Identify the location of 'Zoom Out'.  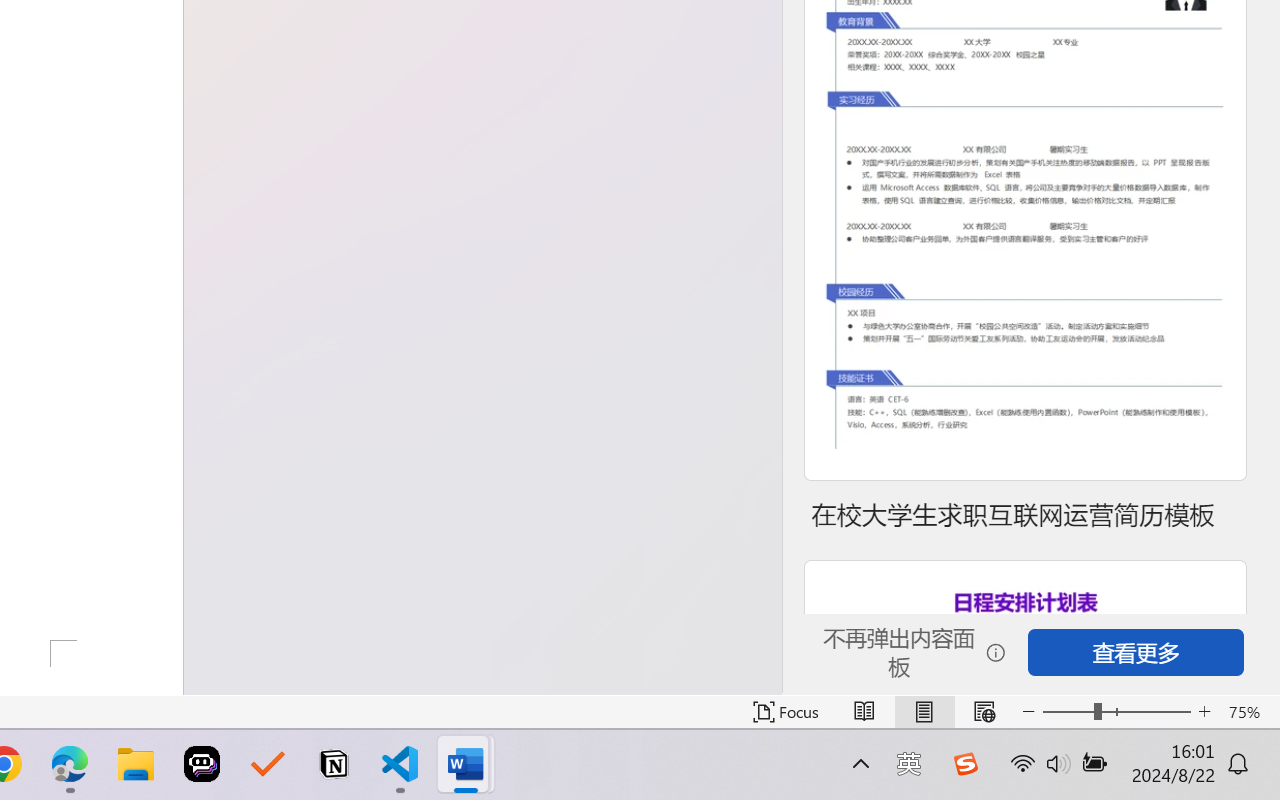
(1067, 711).